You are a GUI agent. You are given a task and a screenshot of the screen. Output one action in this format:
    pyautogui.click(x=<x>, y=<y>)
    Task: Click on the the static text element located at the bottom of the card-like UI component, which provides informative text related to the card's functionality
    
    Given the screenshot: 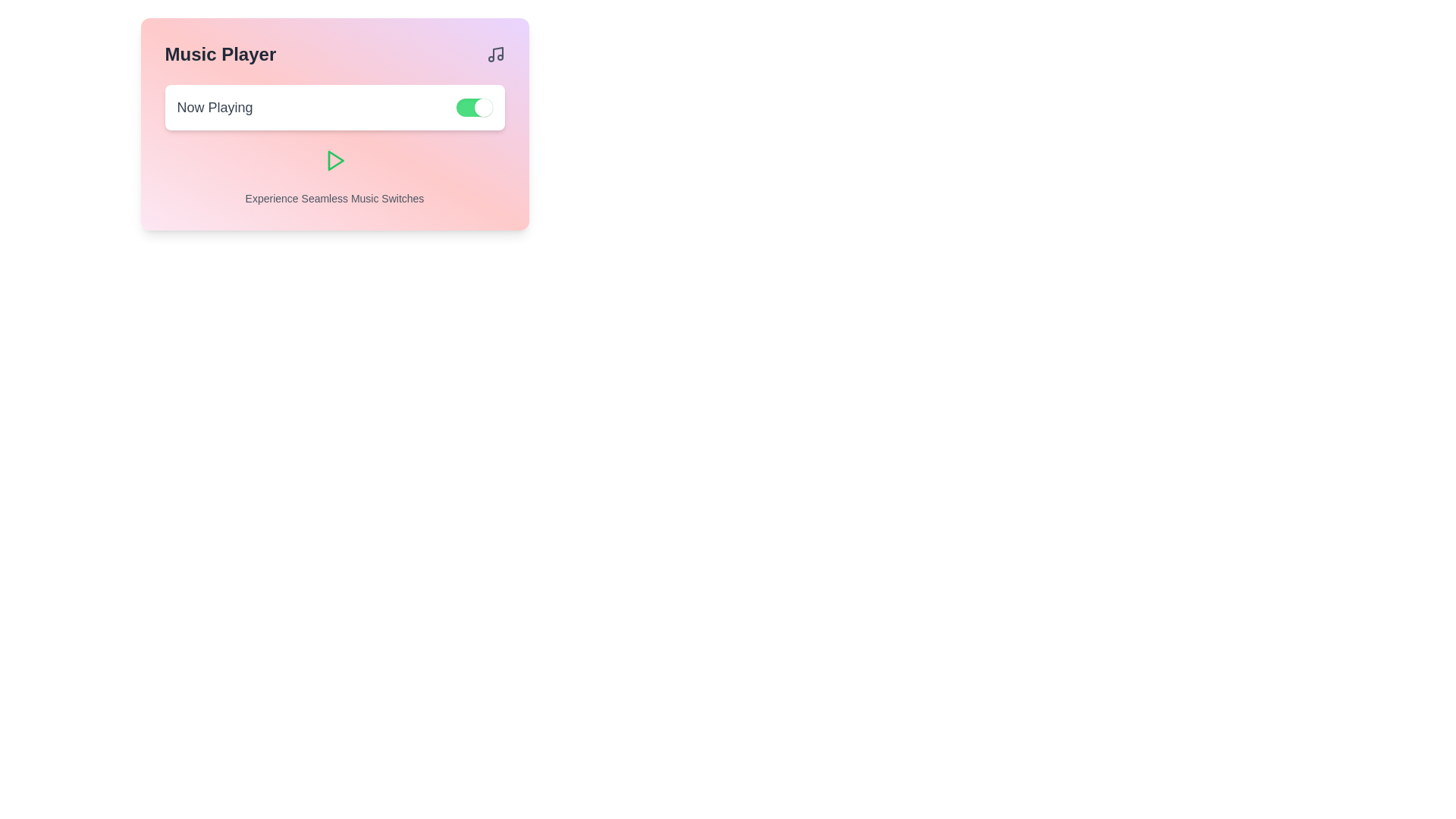 What is the action you would take?
    pyautogui.click(x=334, y=198)
    